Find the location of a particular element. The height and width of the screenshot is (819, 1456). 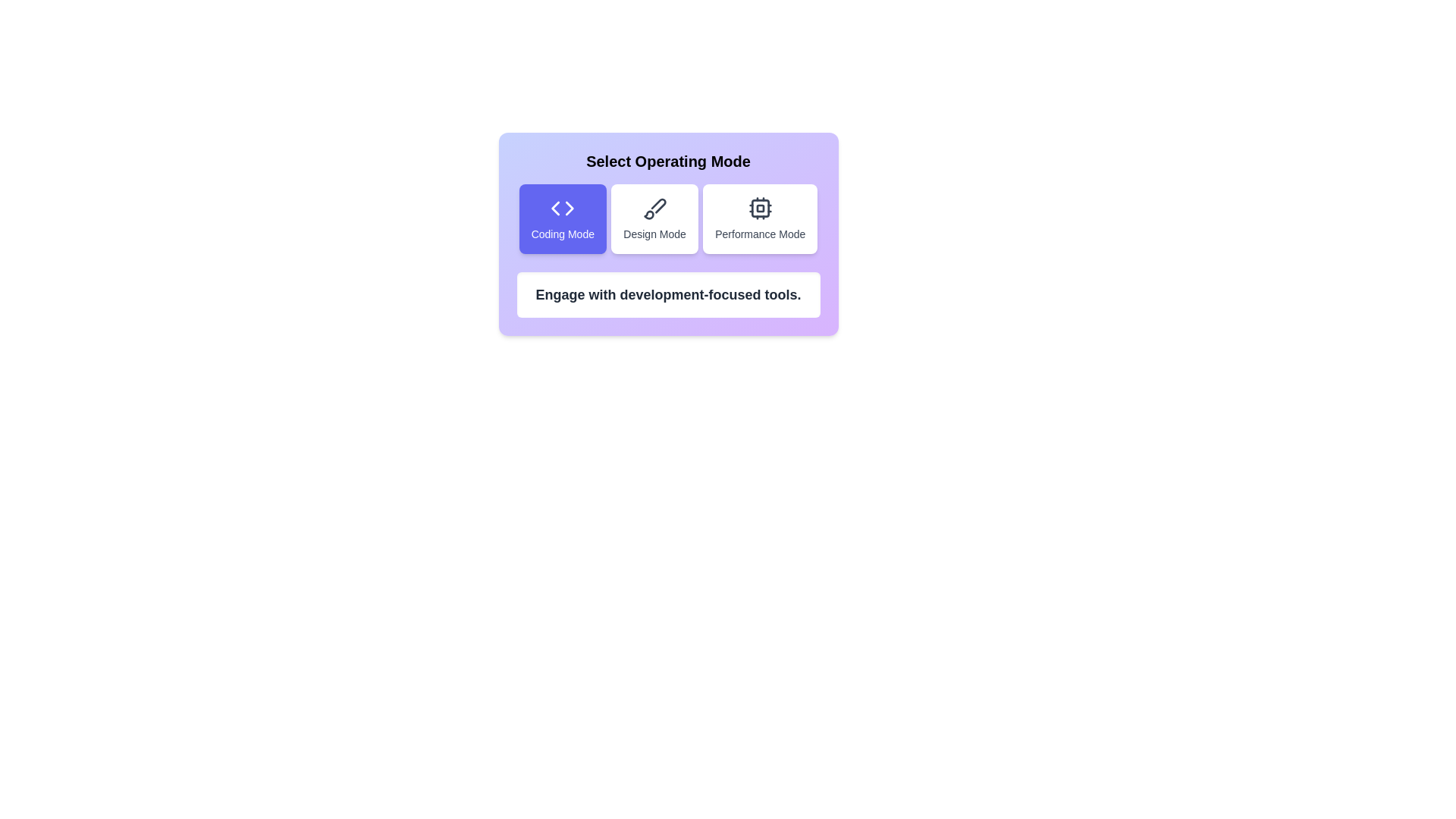

the button corresponding to Coding Mode to view its description is located at coordinates (562, 219).